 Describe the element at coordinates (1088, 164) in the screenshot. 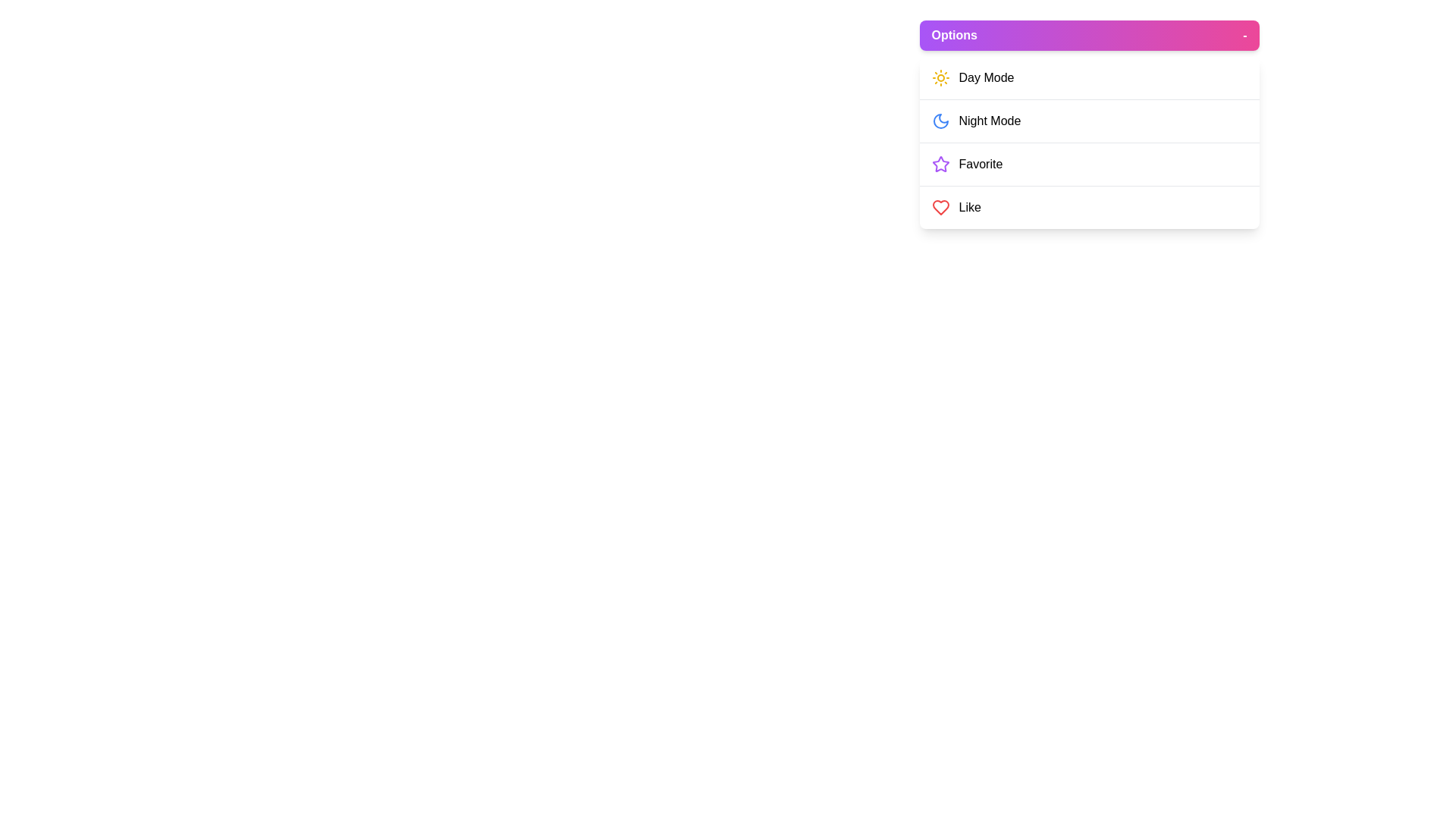

I see `the menu option Favorite from the ApplicationMenu` at that location.